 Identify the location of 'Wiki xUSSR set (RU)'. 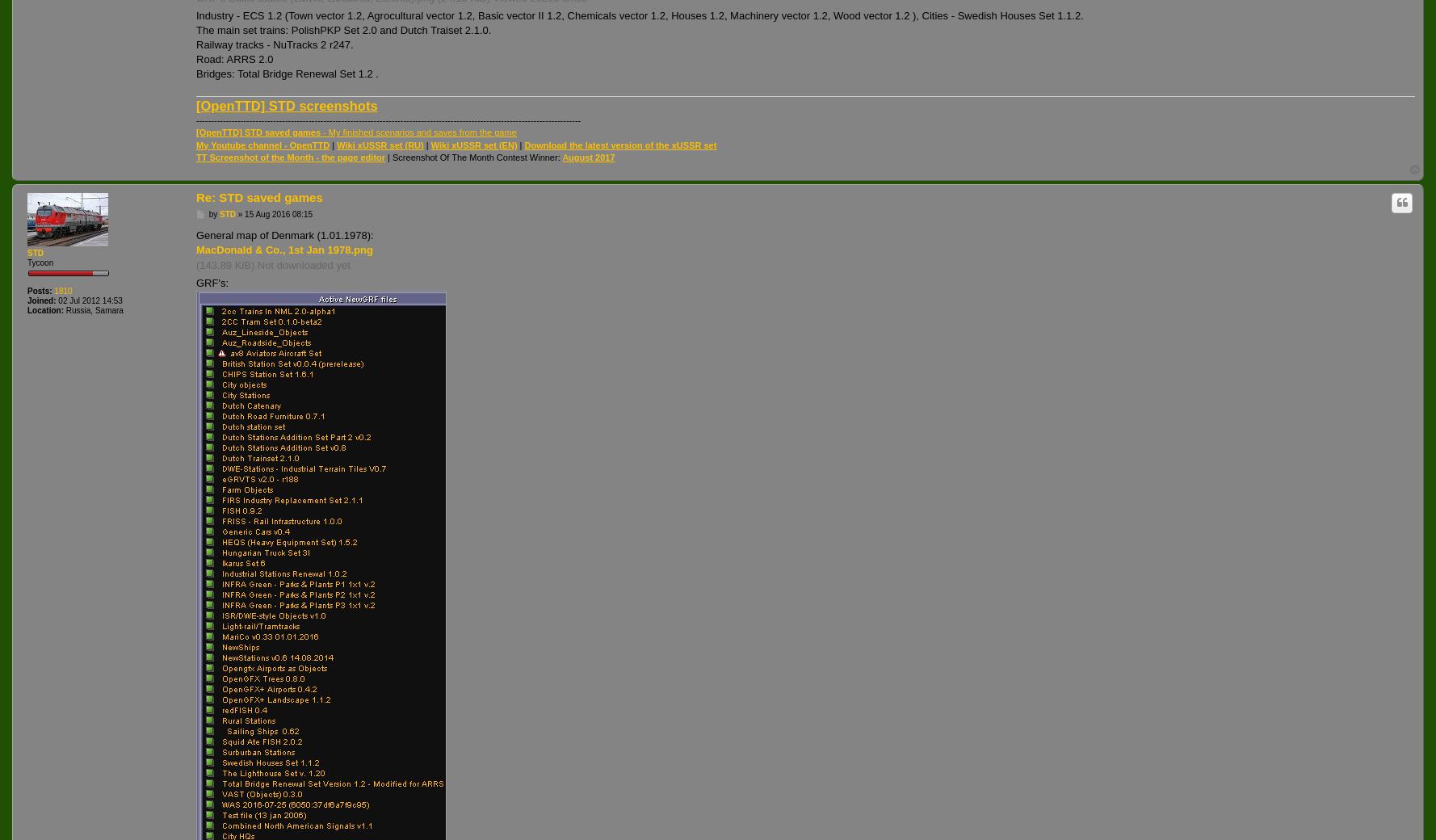
(336, 144).